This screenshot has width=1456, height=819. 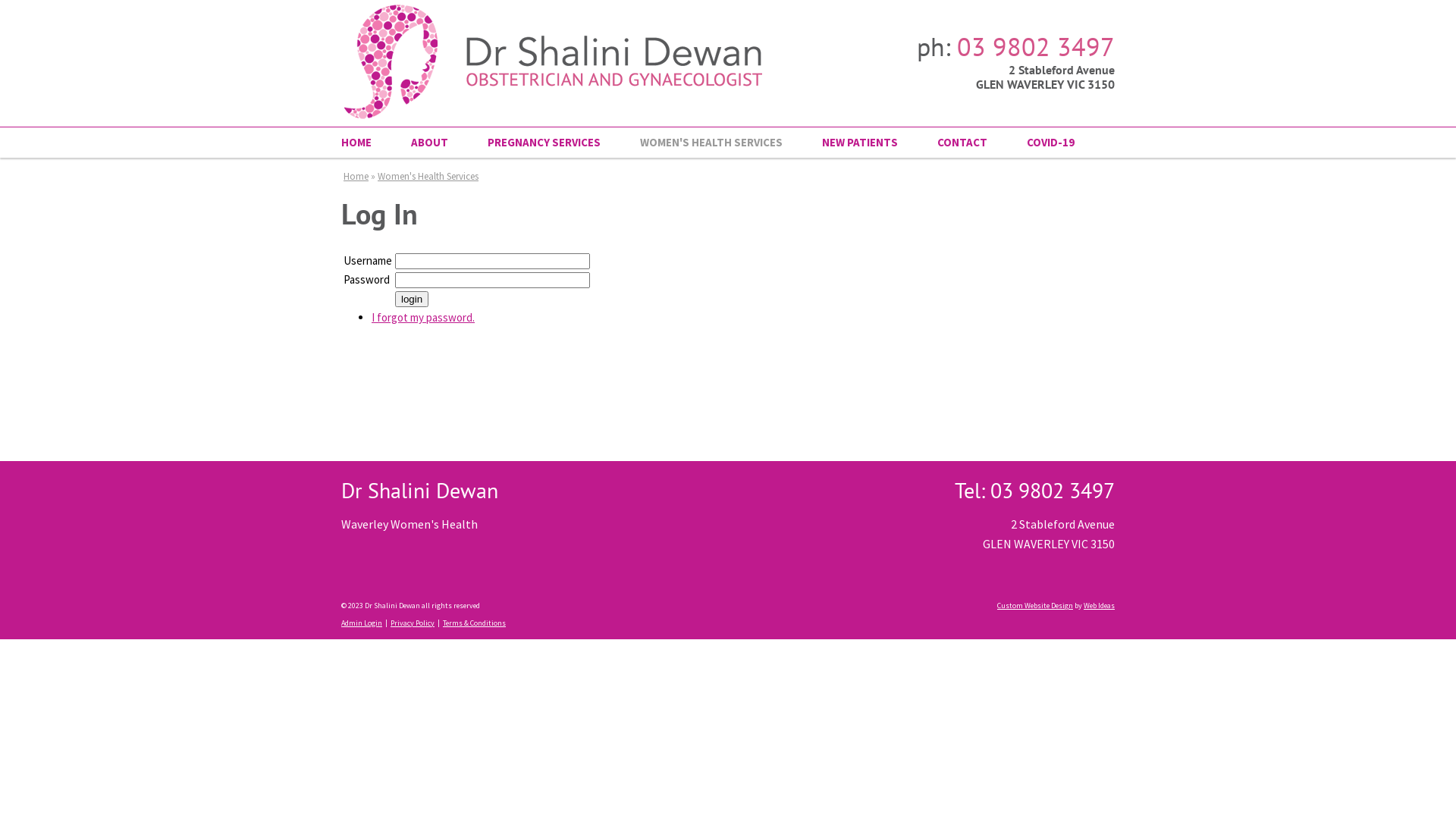 I want to click on 'Custom Website Design', so click(x=1034, y=604).